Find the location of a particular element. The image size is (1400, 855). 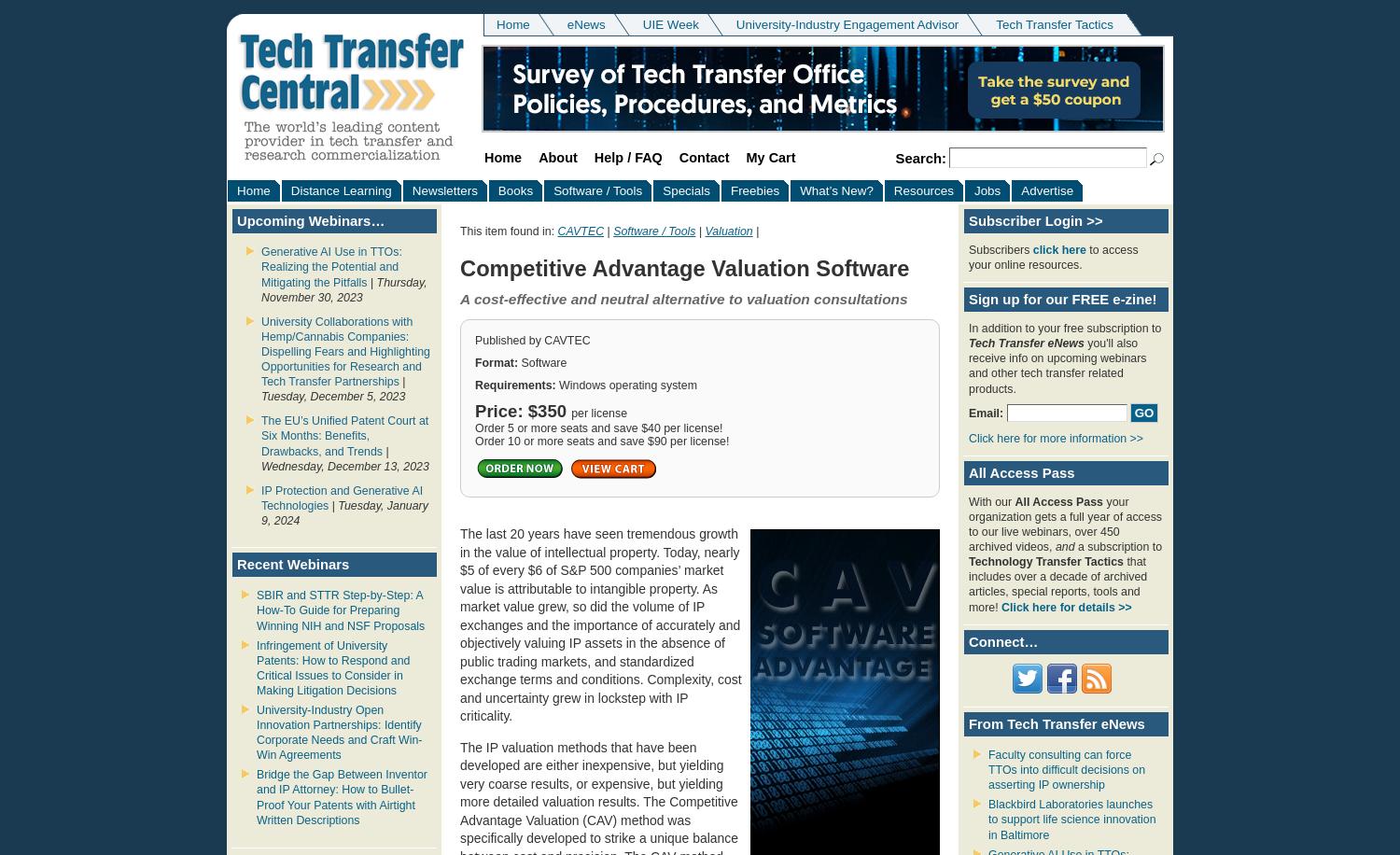

'A cost-effective and neutral alternative to valuation consultations' is located at coordinates (682, 298).